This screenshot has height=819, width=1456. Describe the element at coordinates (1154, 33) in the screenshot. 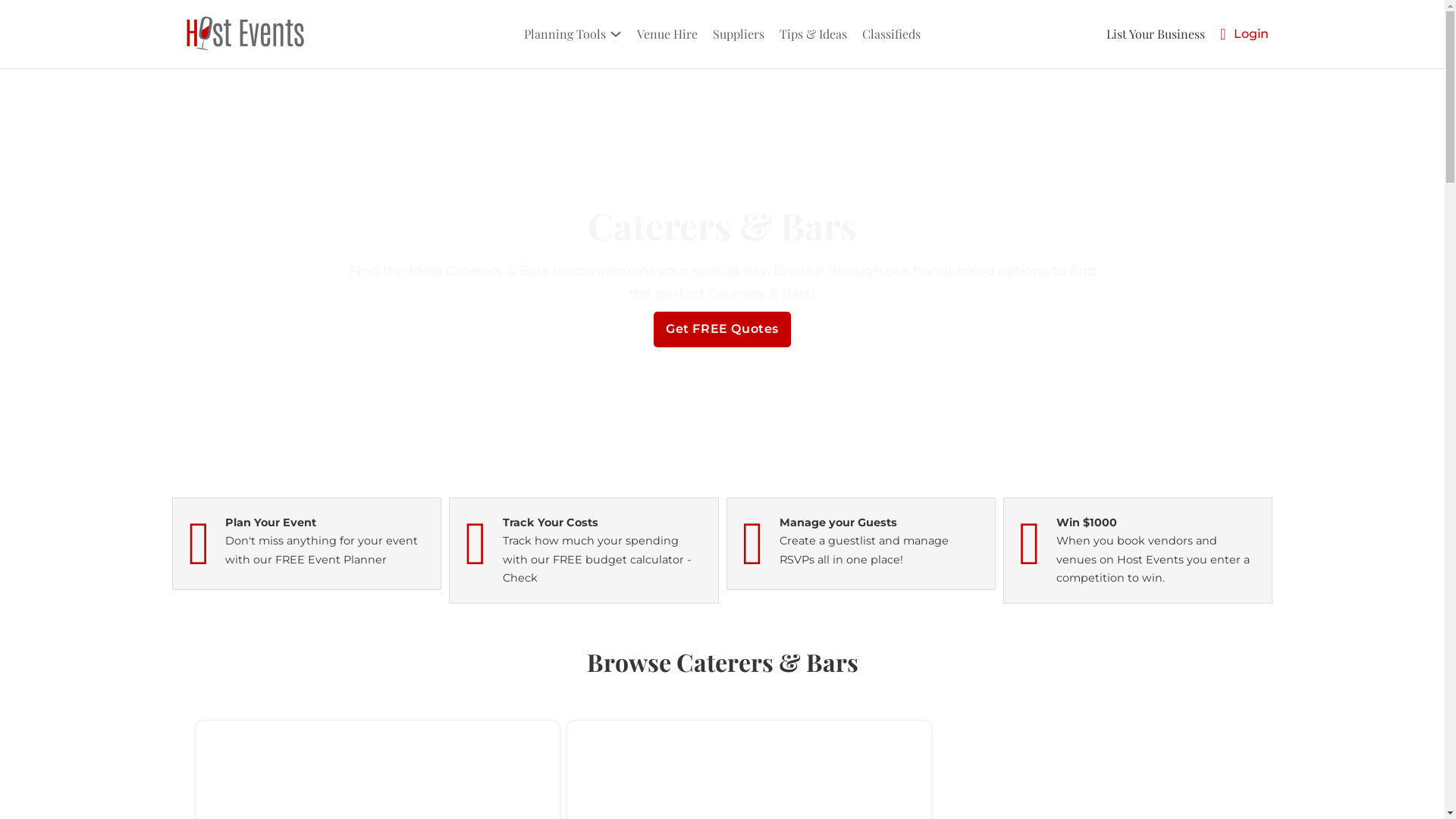

I see `'List Your Business'` at that location.